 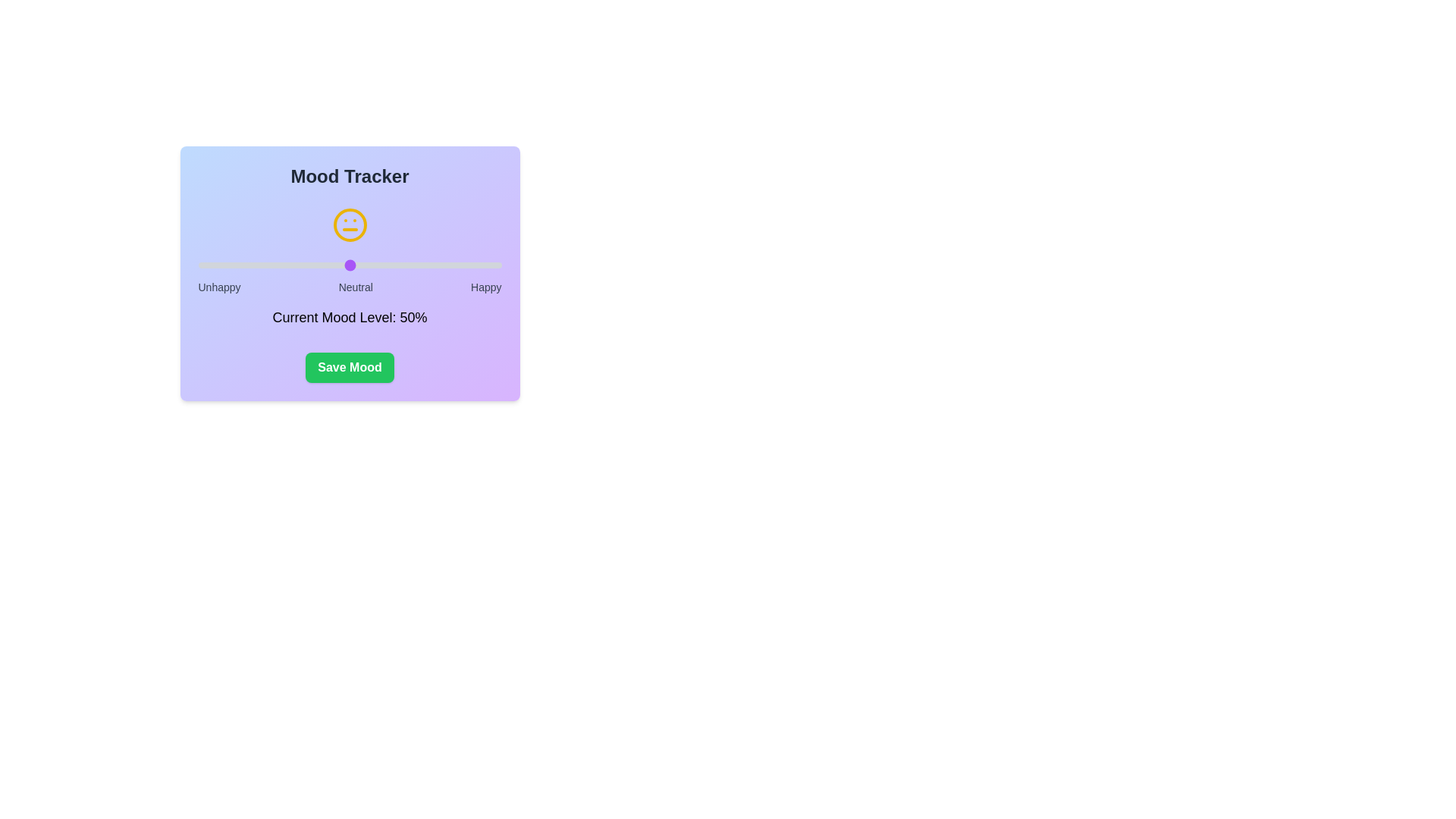 I want to click on the label Neutral to interact with it, so click(x=355, y=287).